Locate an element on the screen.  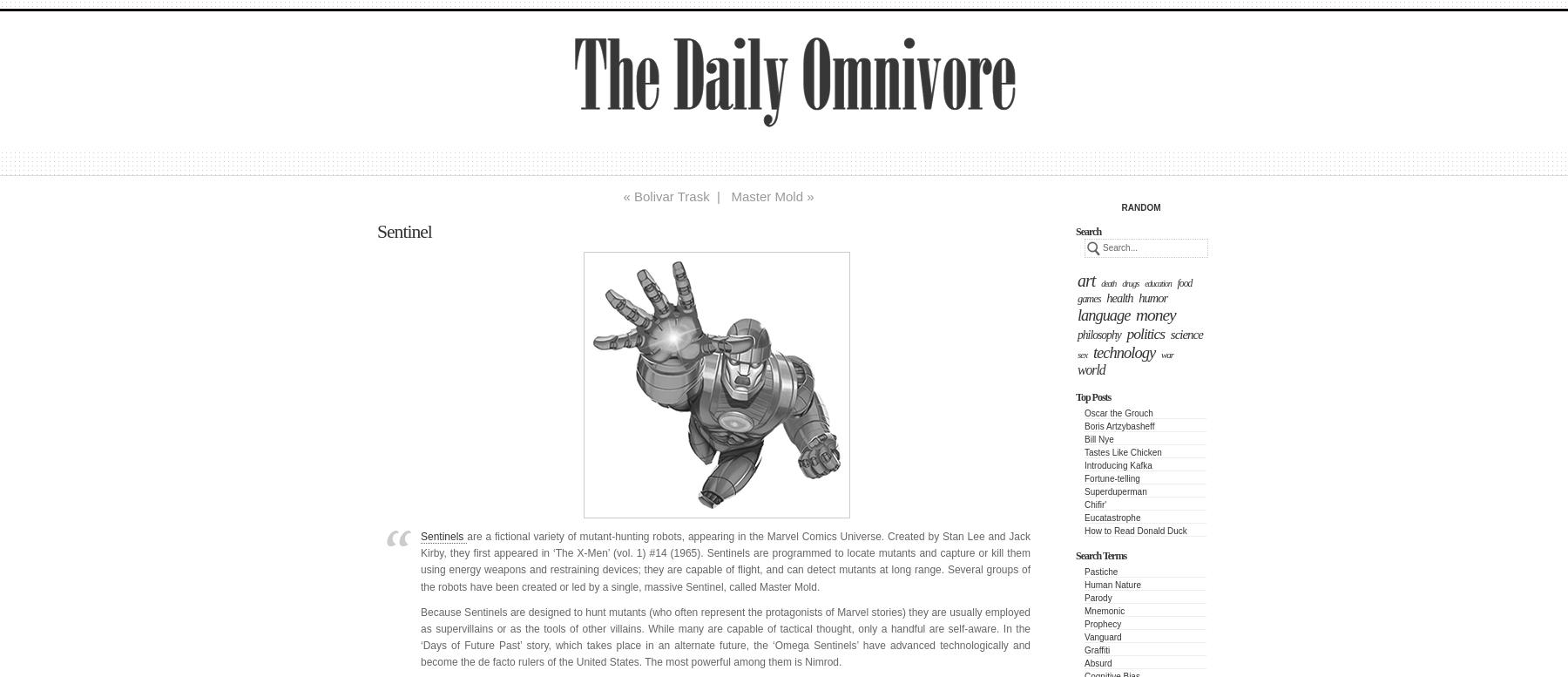
'|' is located at coordinates (720, 196).